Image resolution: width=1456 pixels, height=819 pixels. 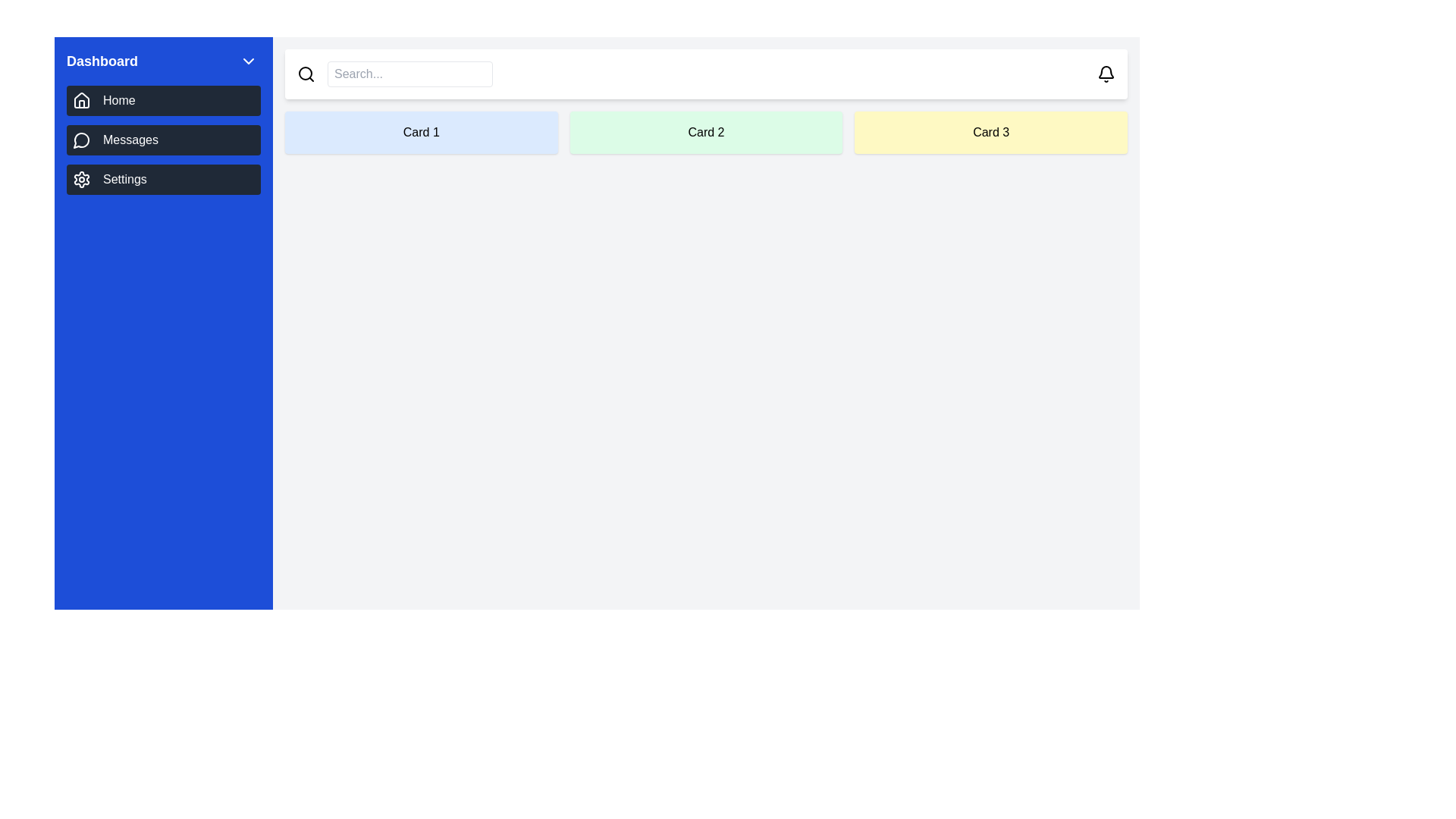 I want to click on the chevron icon located in the top-right corner of the blue sidebar, adjacent to the 'Dashboard' text label, so click(x=248, y=61).